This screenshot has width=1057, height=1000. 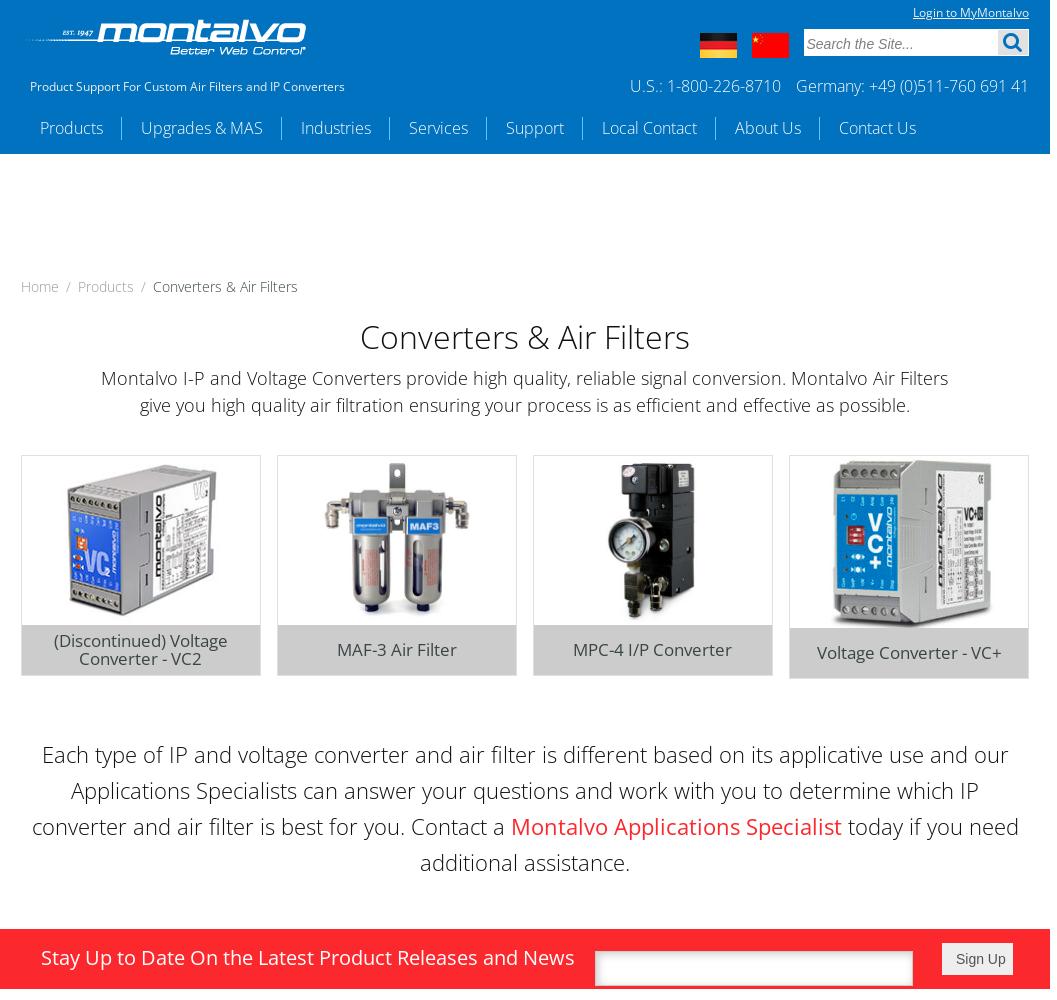 What do you see at coordinates (648, 85) in the screenshot?
I see `'U.S.:'` at bounding box center [648, 85].